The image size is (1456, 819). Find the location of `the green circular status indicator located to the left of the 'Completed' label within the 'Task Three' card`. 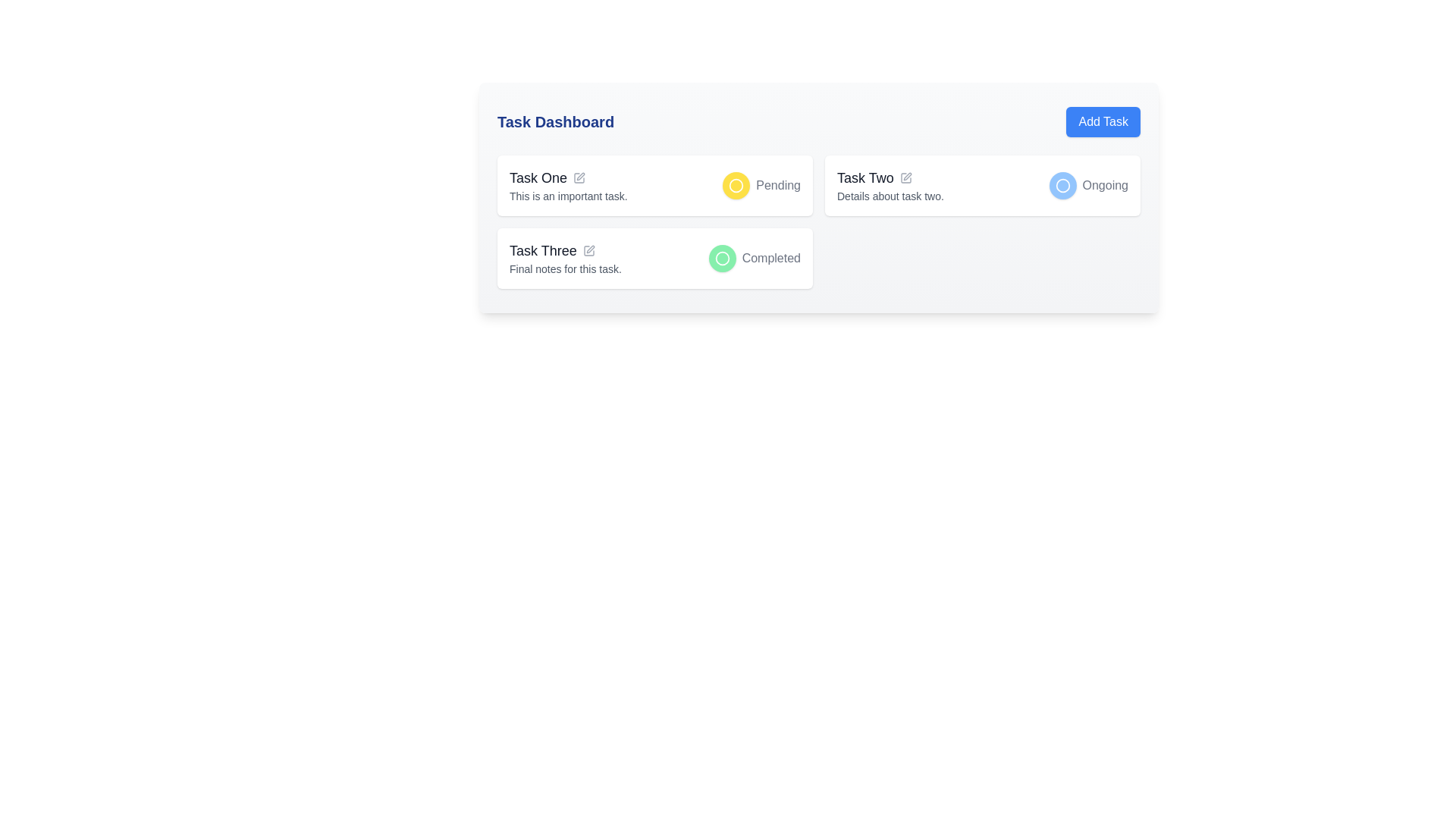

the green circular status indicator located to the left of the 'Completed' label within the 'Task Three' card is located at coordinates (721, 257).